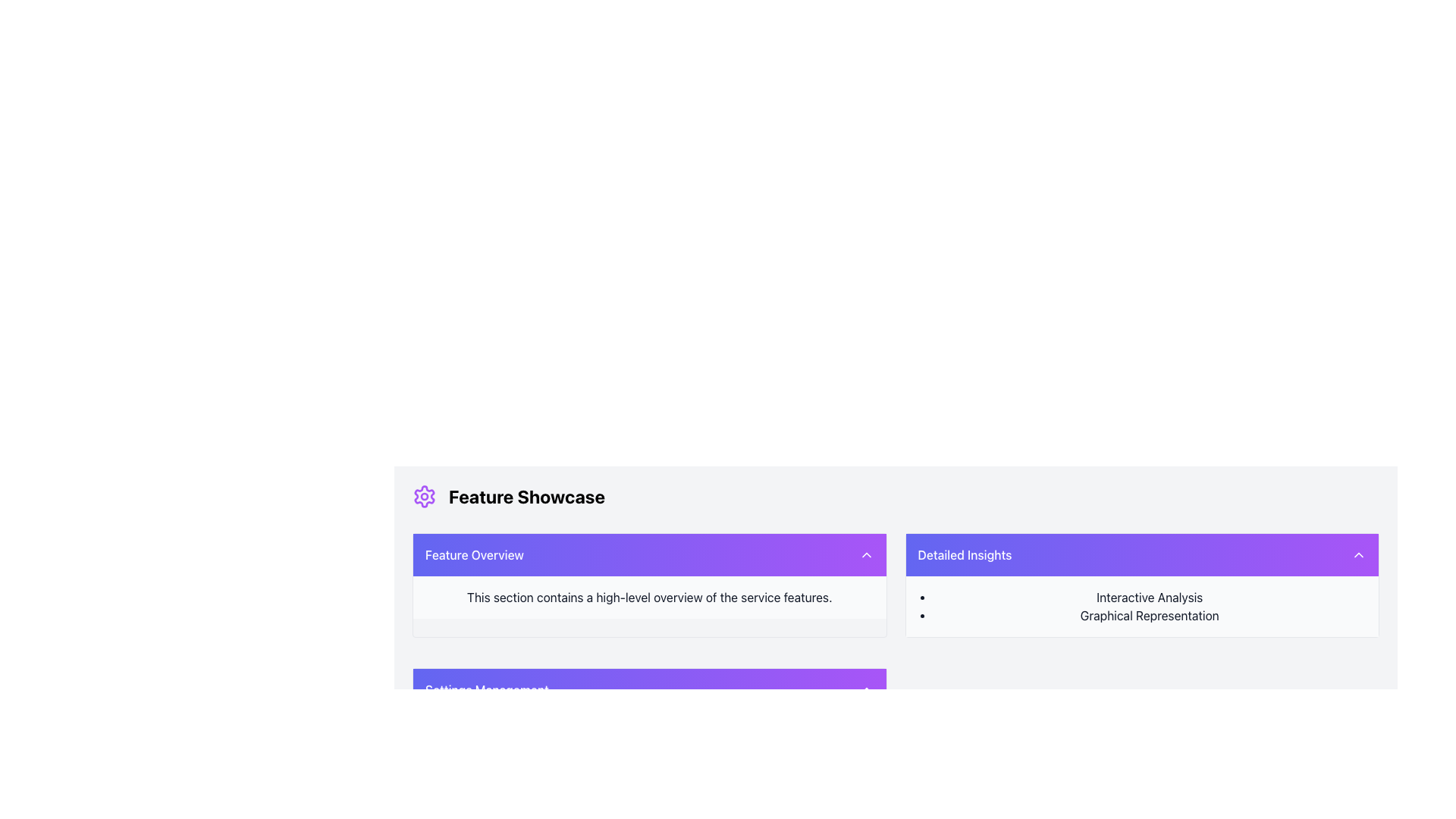 The image size is (1456, 819). Describe the element at coordinates (866, 690) in the screenshot. I see `the upward-pointing chevron icon with a gradient purple background located on the right side of the 'Settings Management' header` at that location.